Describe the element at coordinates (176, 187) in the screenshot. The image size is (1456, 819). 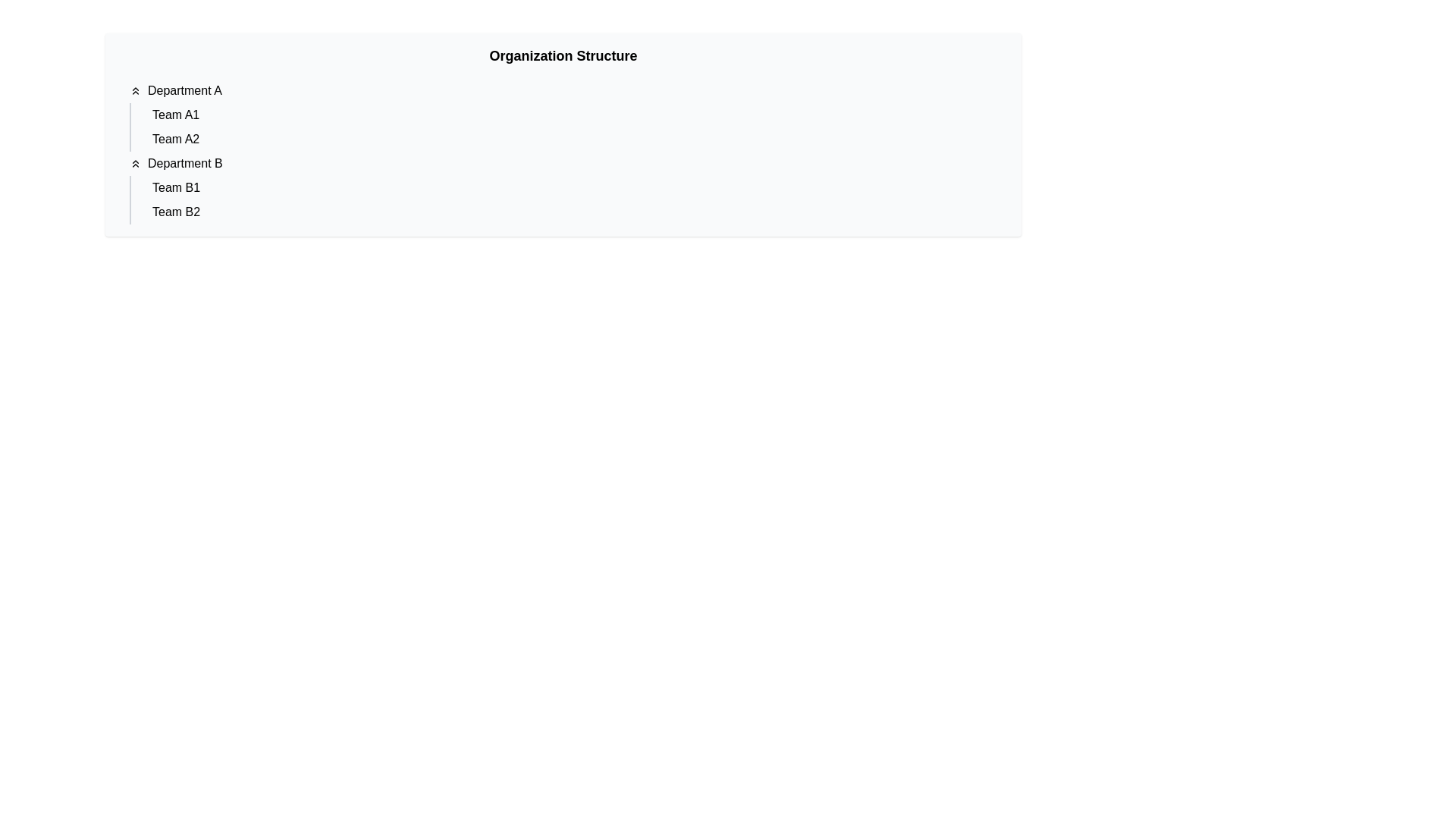
I see `the text label displaying 'Team B1' which is located directly below the header 'Department B' and above 'Team B2'` at that location.